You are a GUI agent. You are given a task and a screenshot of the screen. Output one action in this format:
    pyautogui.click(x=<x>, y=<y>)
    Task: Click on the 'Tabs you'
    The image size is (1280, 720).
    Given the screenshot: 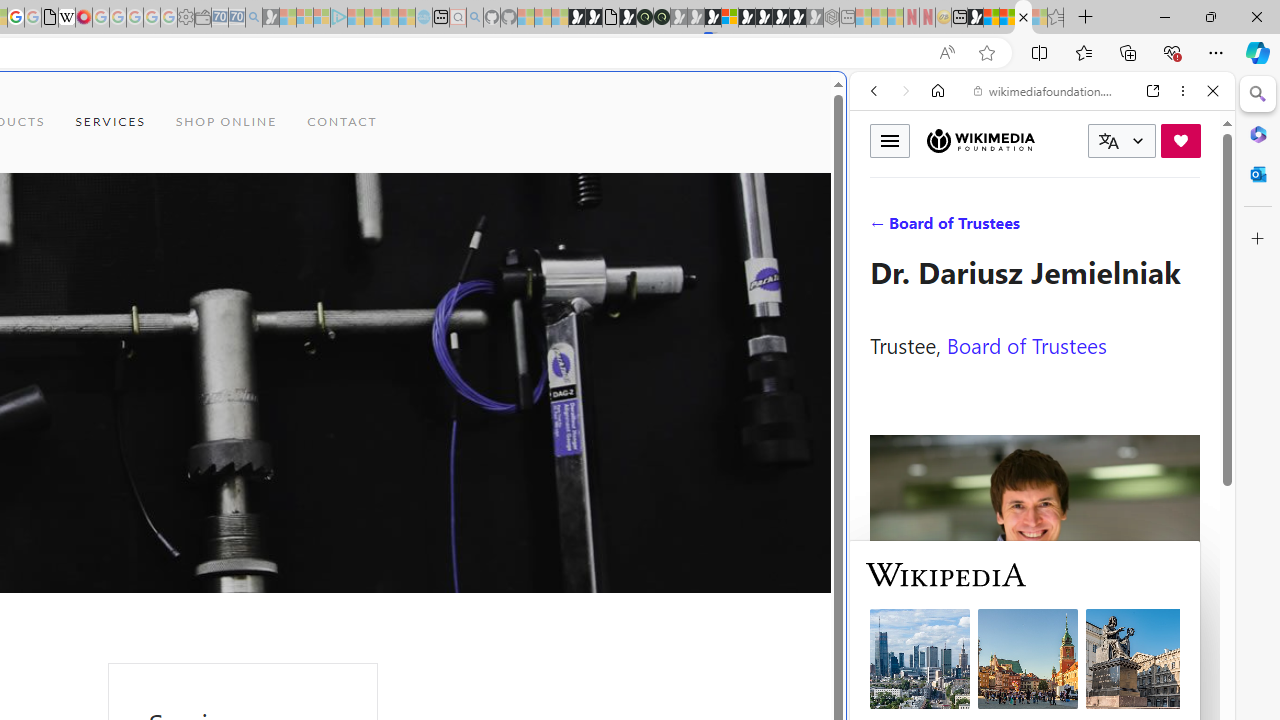 What is the action you would take?
    pyautogui.click(x=276, y=265)
    